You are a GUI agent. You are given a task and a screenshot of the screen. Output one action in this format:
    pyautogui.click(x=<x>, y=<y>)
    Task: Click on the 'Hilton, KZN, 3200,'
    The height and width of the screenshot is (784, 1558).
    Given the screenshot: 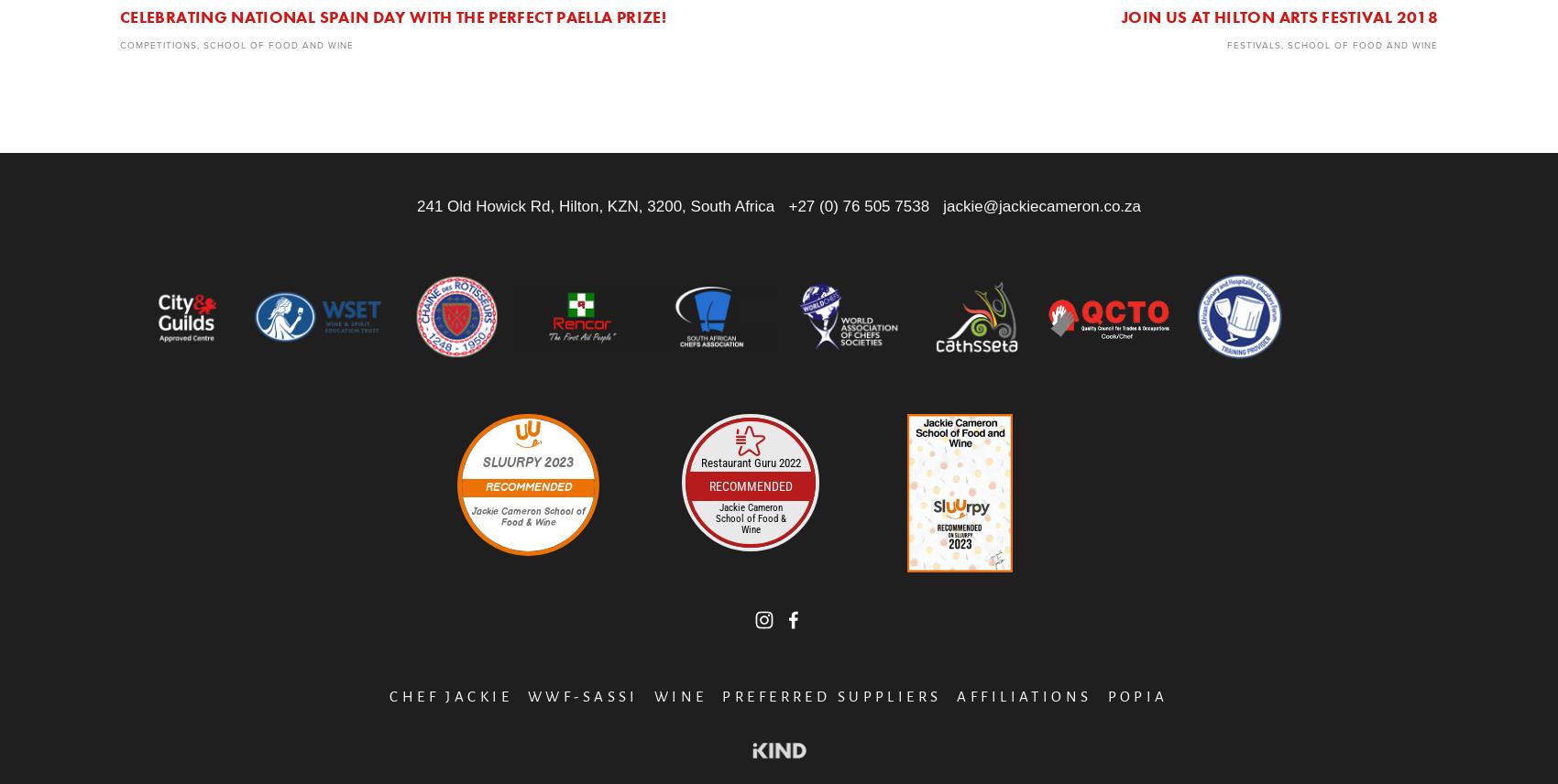 What is the action you would take?
    pyautogui.click(x=556, y=206)
    